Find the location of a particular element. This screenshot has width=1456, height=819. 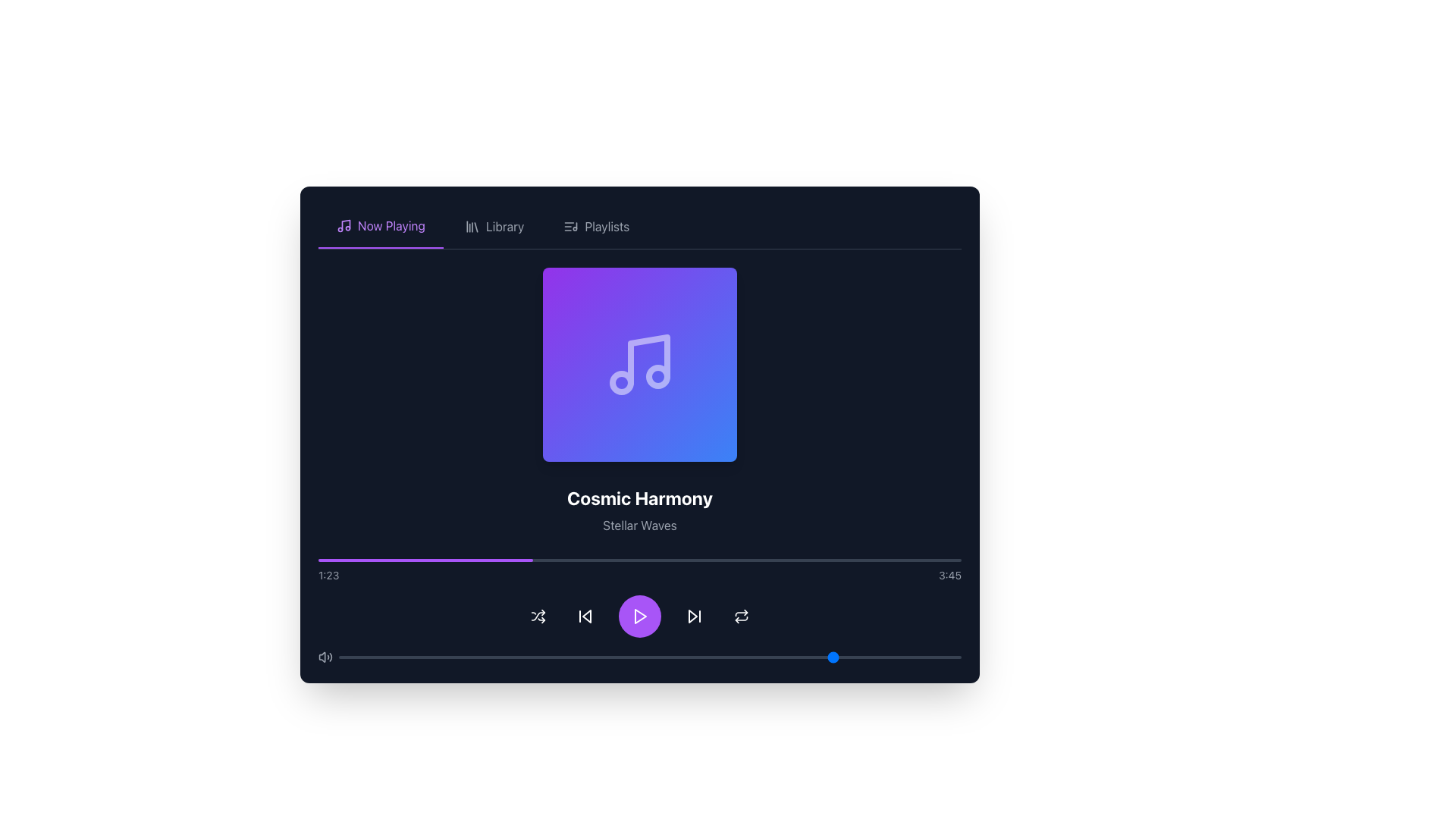

the navigation button located between 'Now Playing' and 'Playlists' in the top navigation bar to change its text color to purple is located at coordinates (494, 227).